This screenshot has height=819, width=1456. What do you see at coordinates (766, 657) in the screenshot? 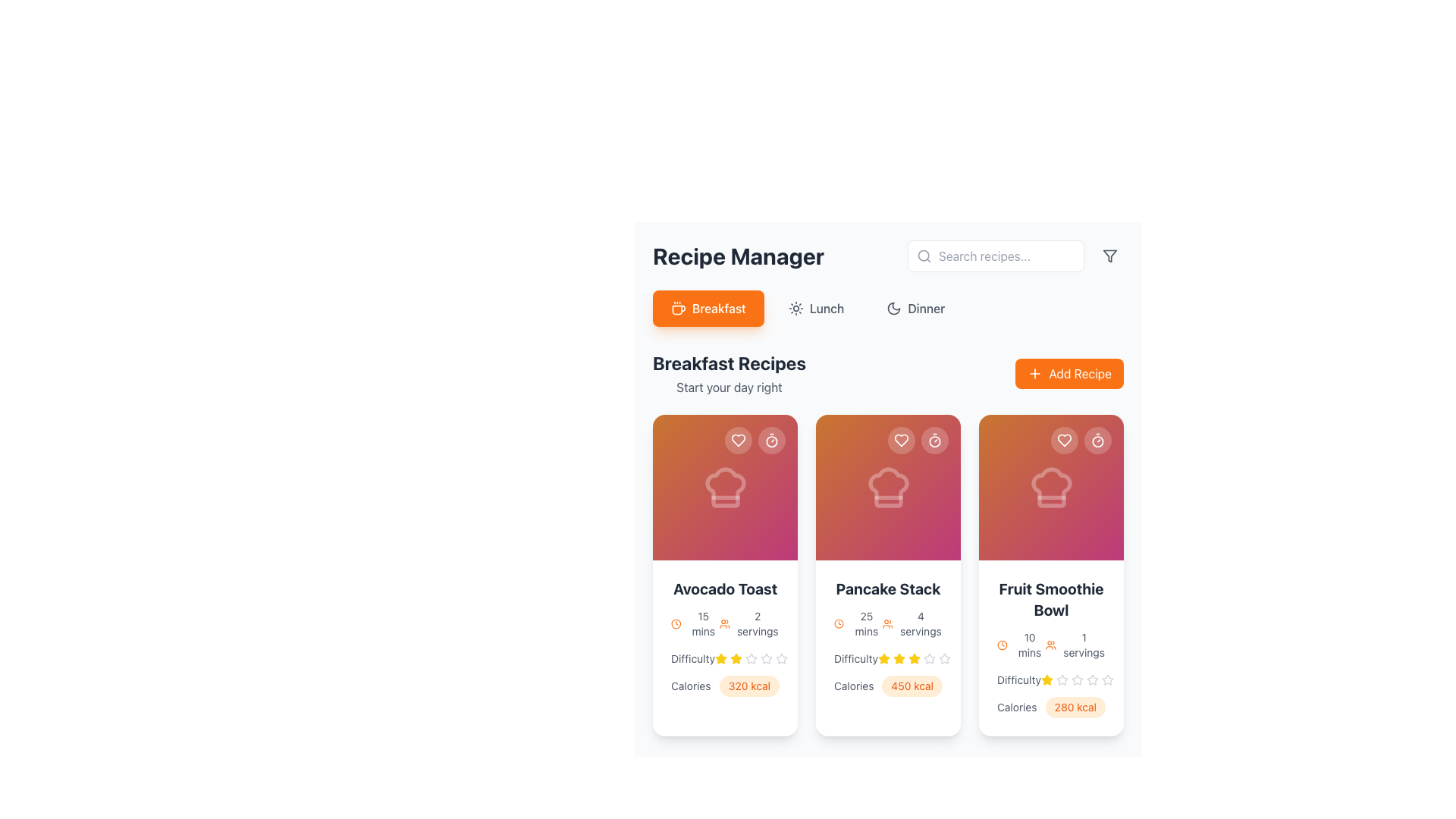
I see `the third star icon in the five-star rating system below the title 'Avocado Toast' to rate the recipe's difficulty` at bounding box center [766, 657].